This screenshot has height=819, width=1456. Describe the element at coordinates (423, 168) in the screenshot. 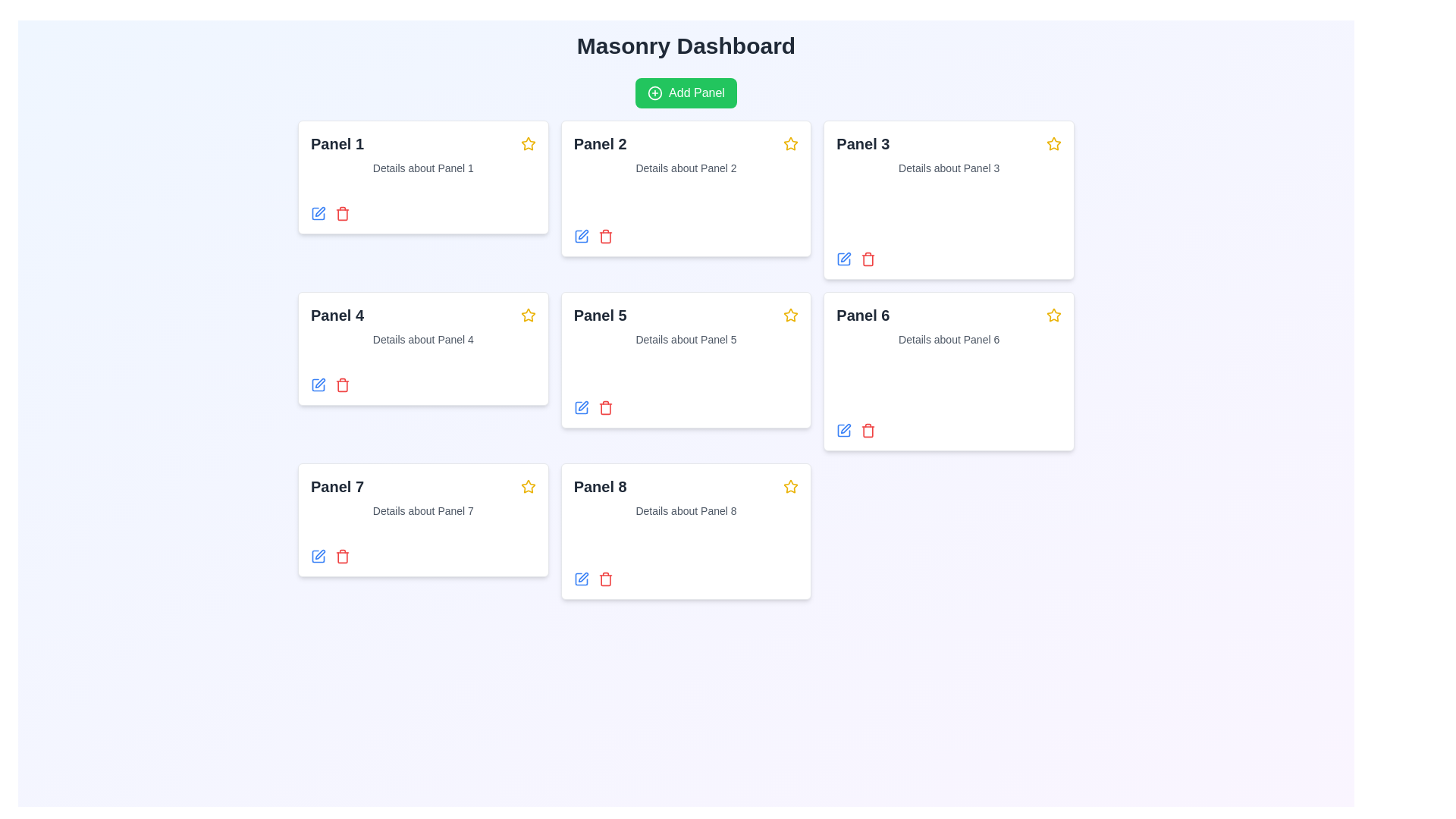

I see `descriptive text provided in the text block located below the heading 'Panel 1' inside the first card in the top-left section of the grid` at that location.